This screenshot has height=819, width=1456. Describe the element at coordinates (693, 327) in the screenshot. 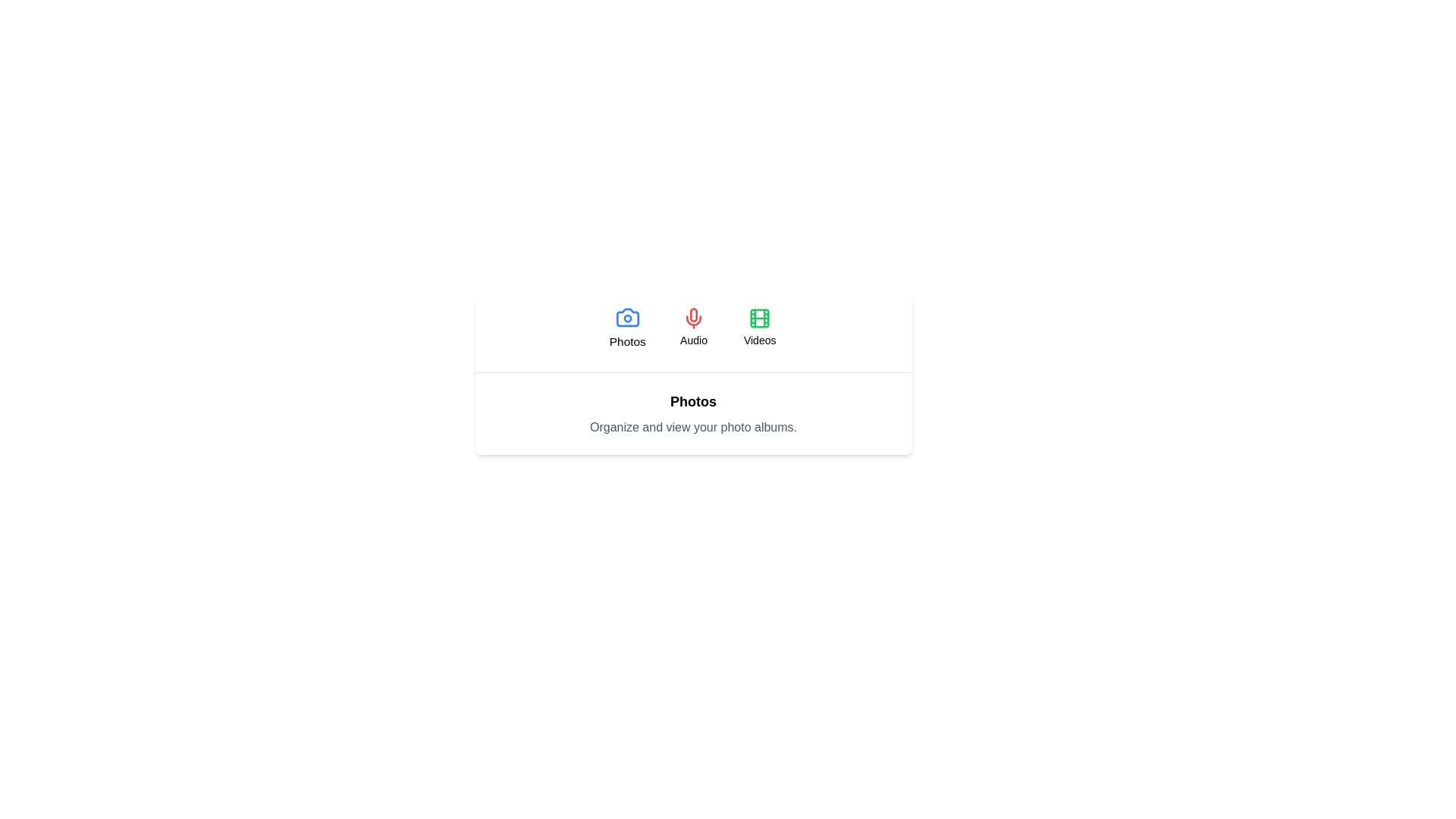

I see `the Audio tab` at that location.